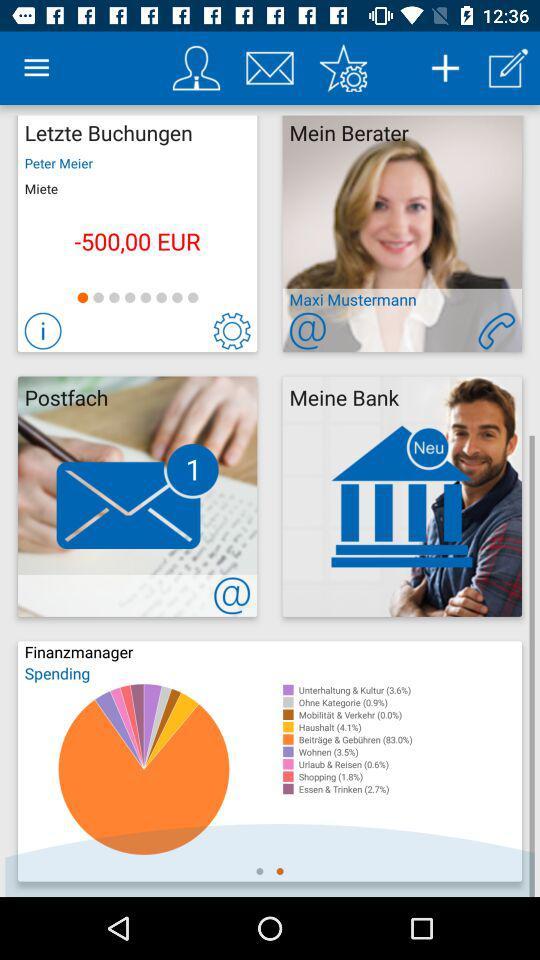  I want to click on your profile, so click(196, 68).